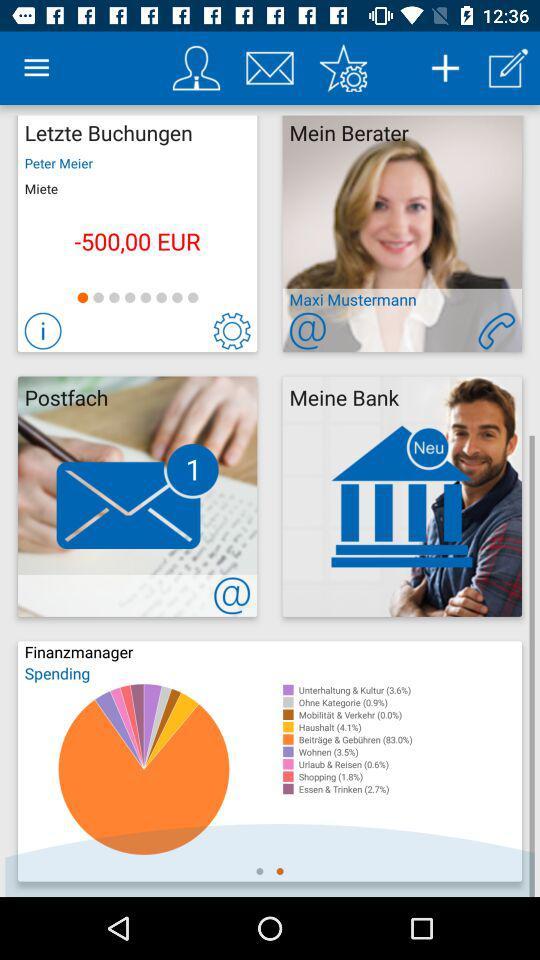  I want to click on your profile, so click(196, 68).